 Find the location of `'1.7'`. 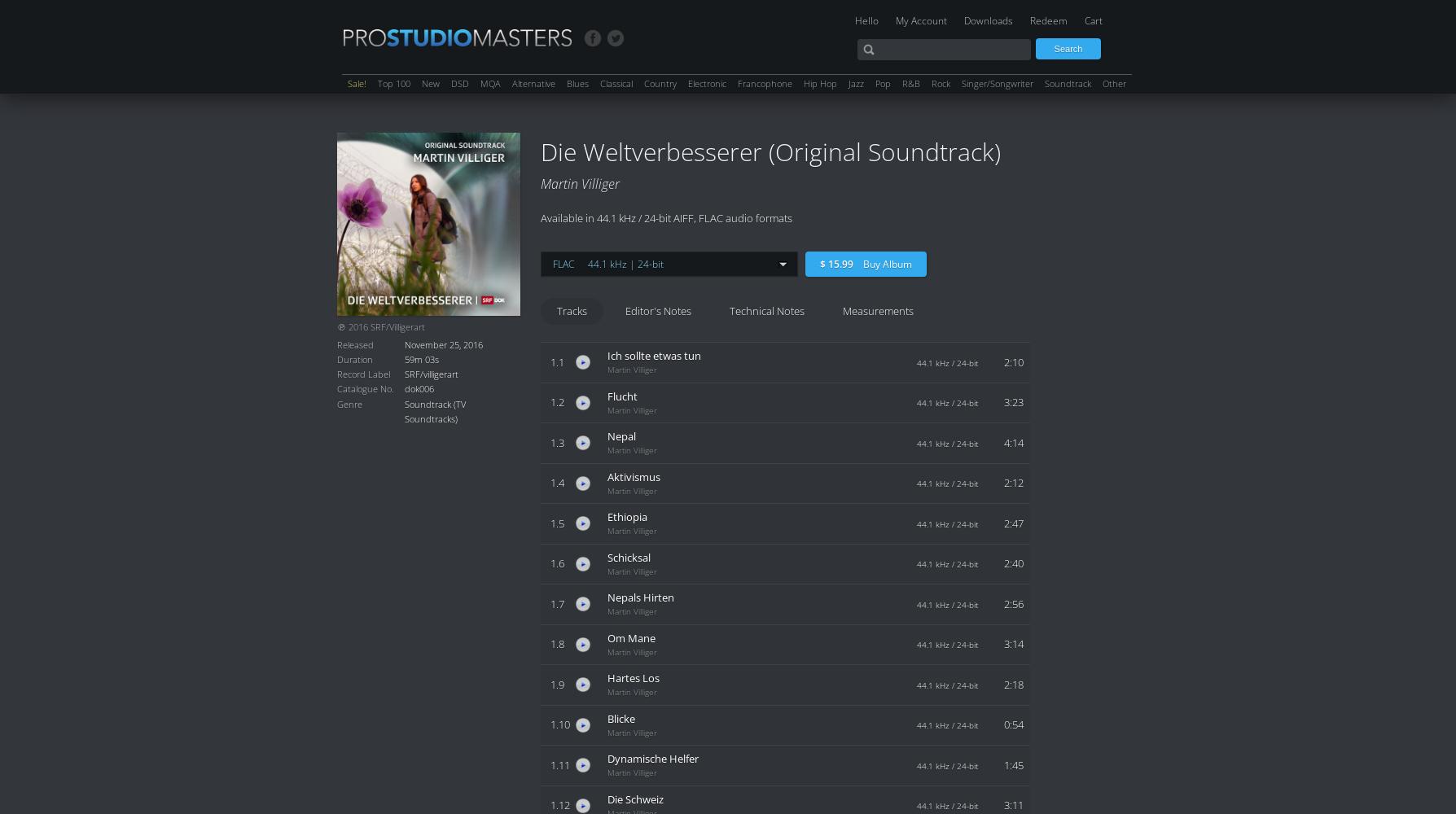

'1.7' is located at coordinates (550, 602).